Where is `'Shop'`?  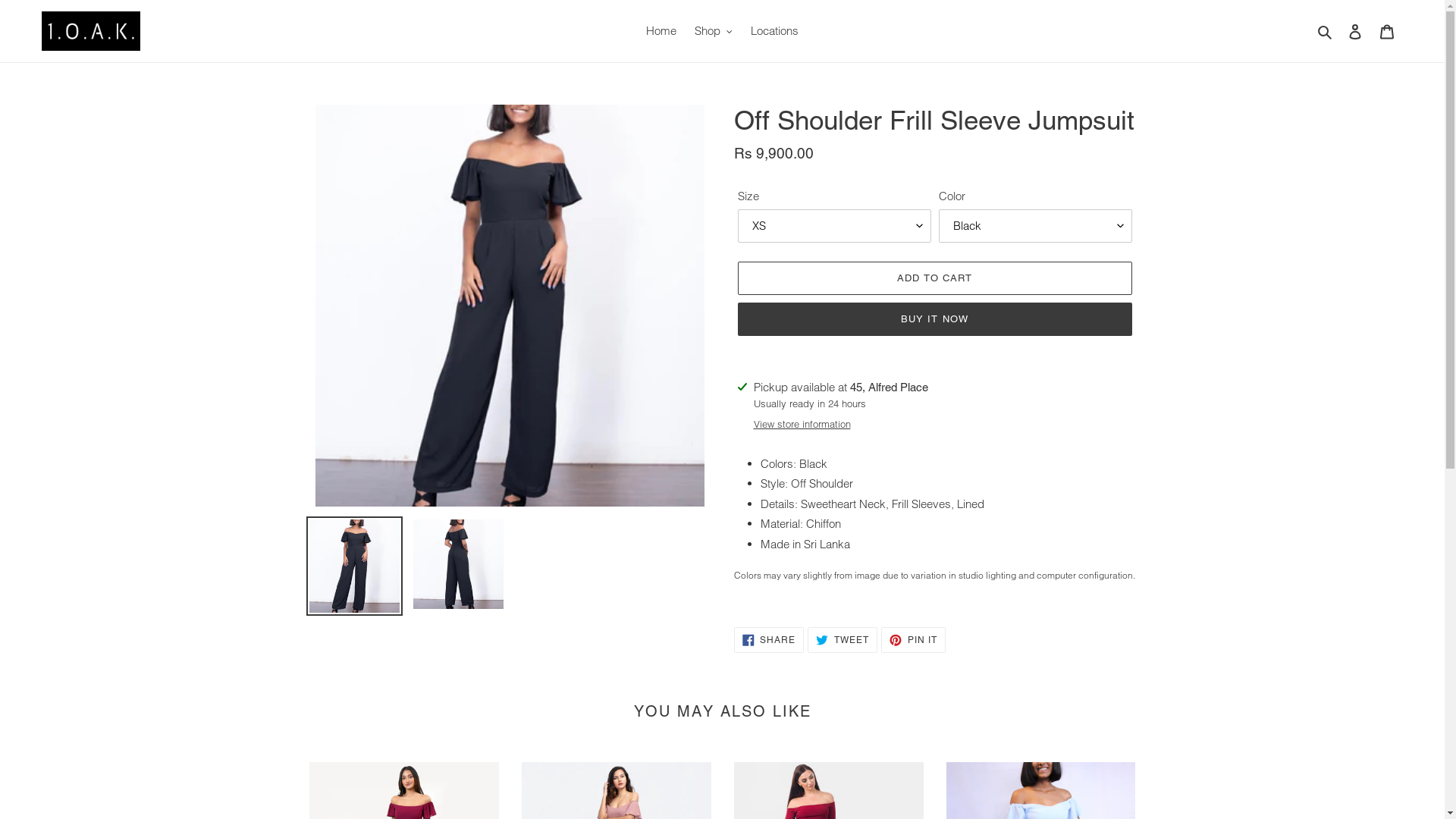
'Shop' is located at coordinates (712, 31).